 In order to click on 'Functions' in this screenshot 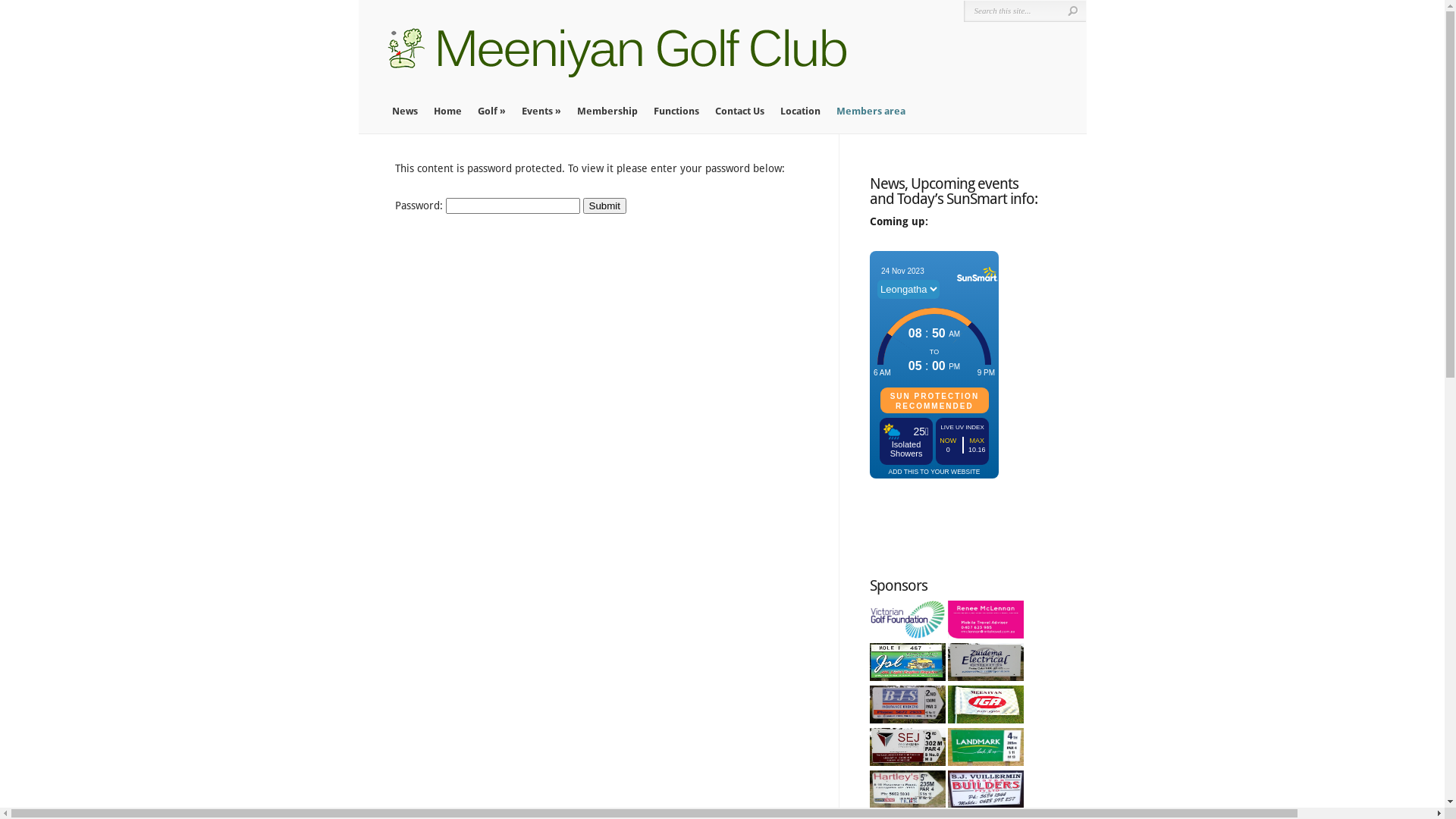, I will do `click(654, 110)`.